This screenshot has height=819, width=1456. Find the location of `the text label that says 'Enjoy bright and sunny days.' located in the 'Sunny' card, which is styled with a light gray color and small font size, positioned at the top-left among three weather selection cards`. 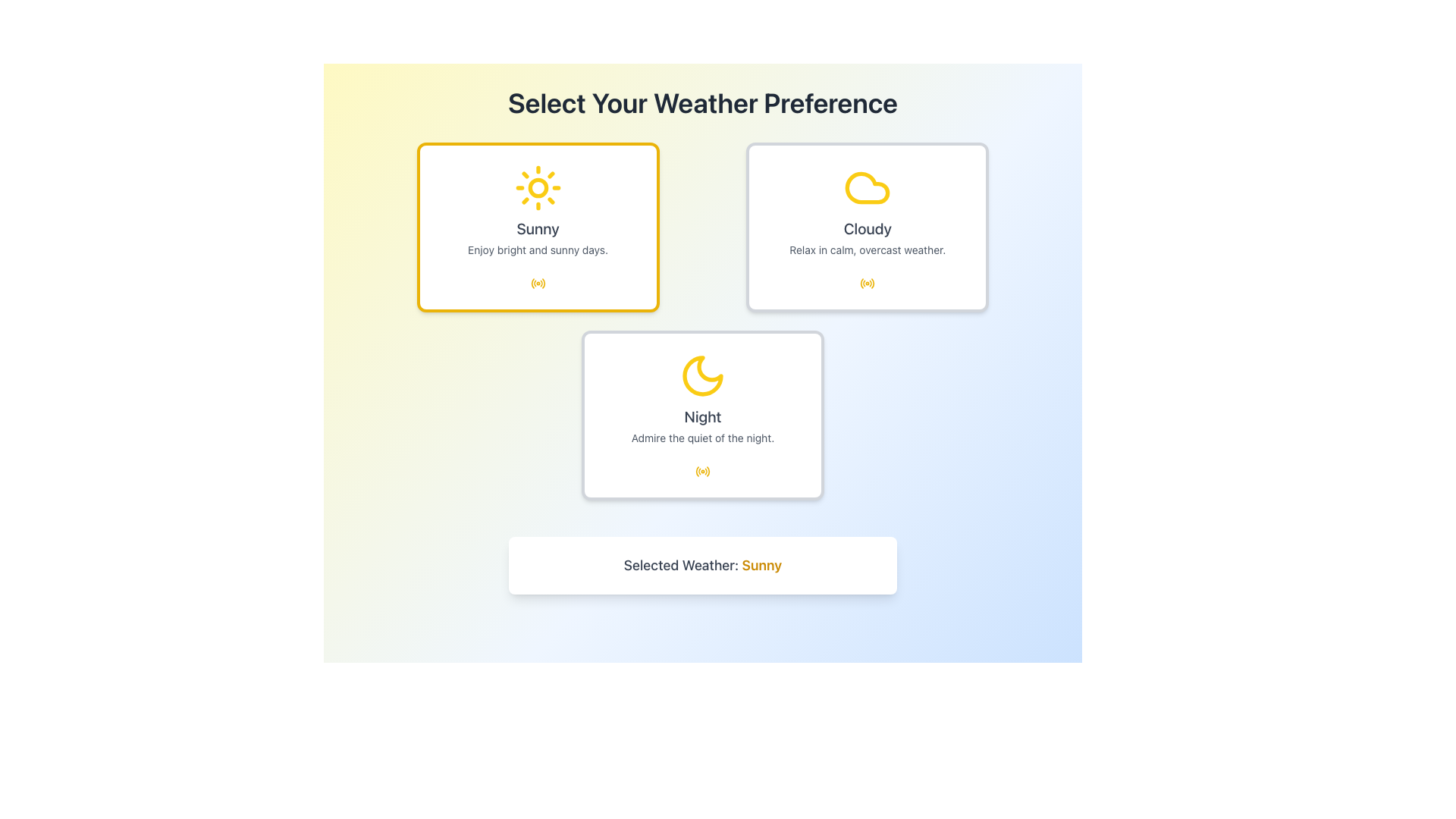

the text label that says 'Enjoy bright and sunny days.' located in the 'Sunny' card, which is styled with a light gray color and small font size, positioned at the top-left among three weather selection cards is located at coordinates (538, 249).